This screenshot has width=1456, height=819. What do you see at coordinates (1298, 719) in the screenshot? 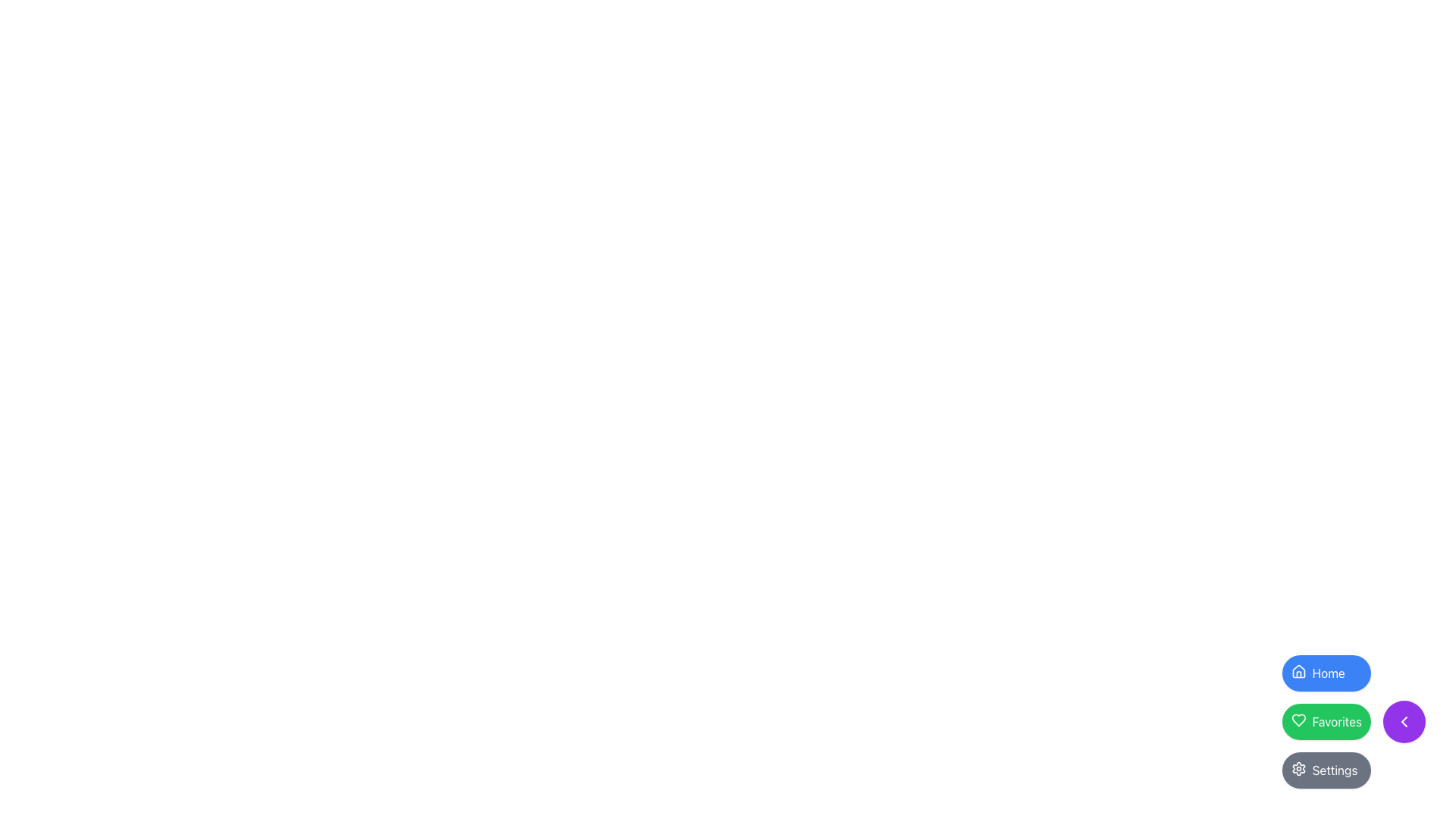
I see `the 'Favorites' button, which contains the 'favorite' icon located to the left of the text 'Favorites'` at bounding box center [1298, 719].